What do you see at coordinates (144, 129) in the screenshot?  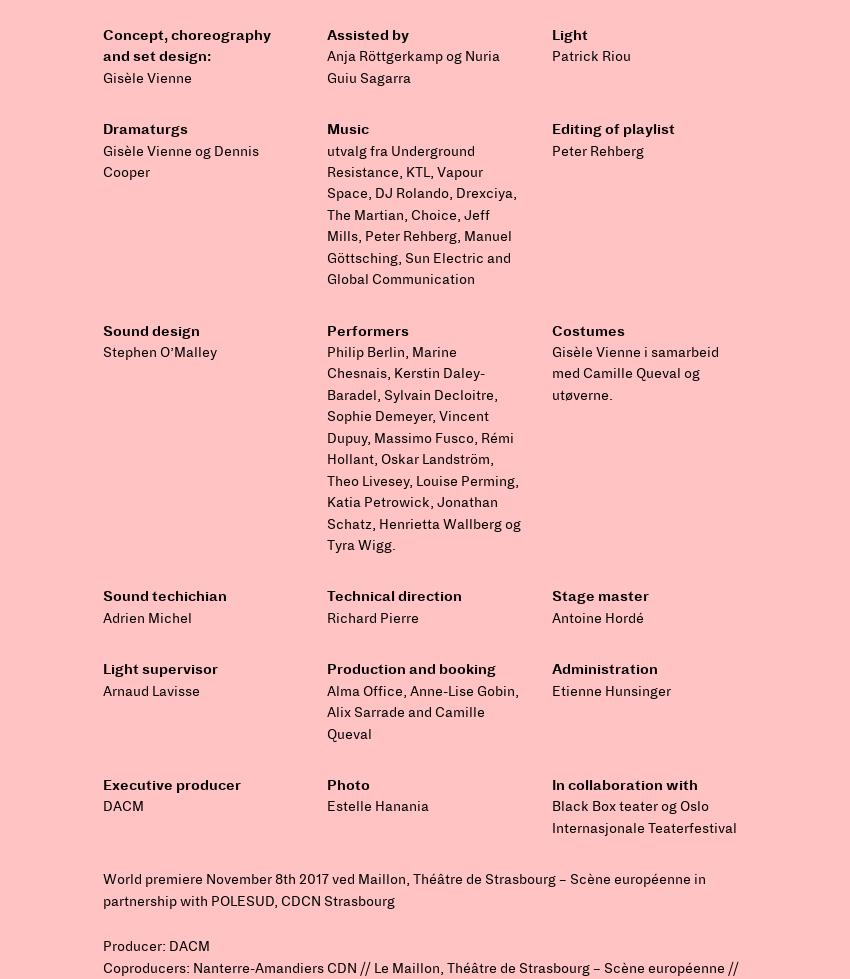 I see `'Dramaturgs'` at bounding box center [144, 129].